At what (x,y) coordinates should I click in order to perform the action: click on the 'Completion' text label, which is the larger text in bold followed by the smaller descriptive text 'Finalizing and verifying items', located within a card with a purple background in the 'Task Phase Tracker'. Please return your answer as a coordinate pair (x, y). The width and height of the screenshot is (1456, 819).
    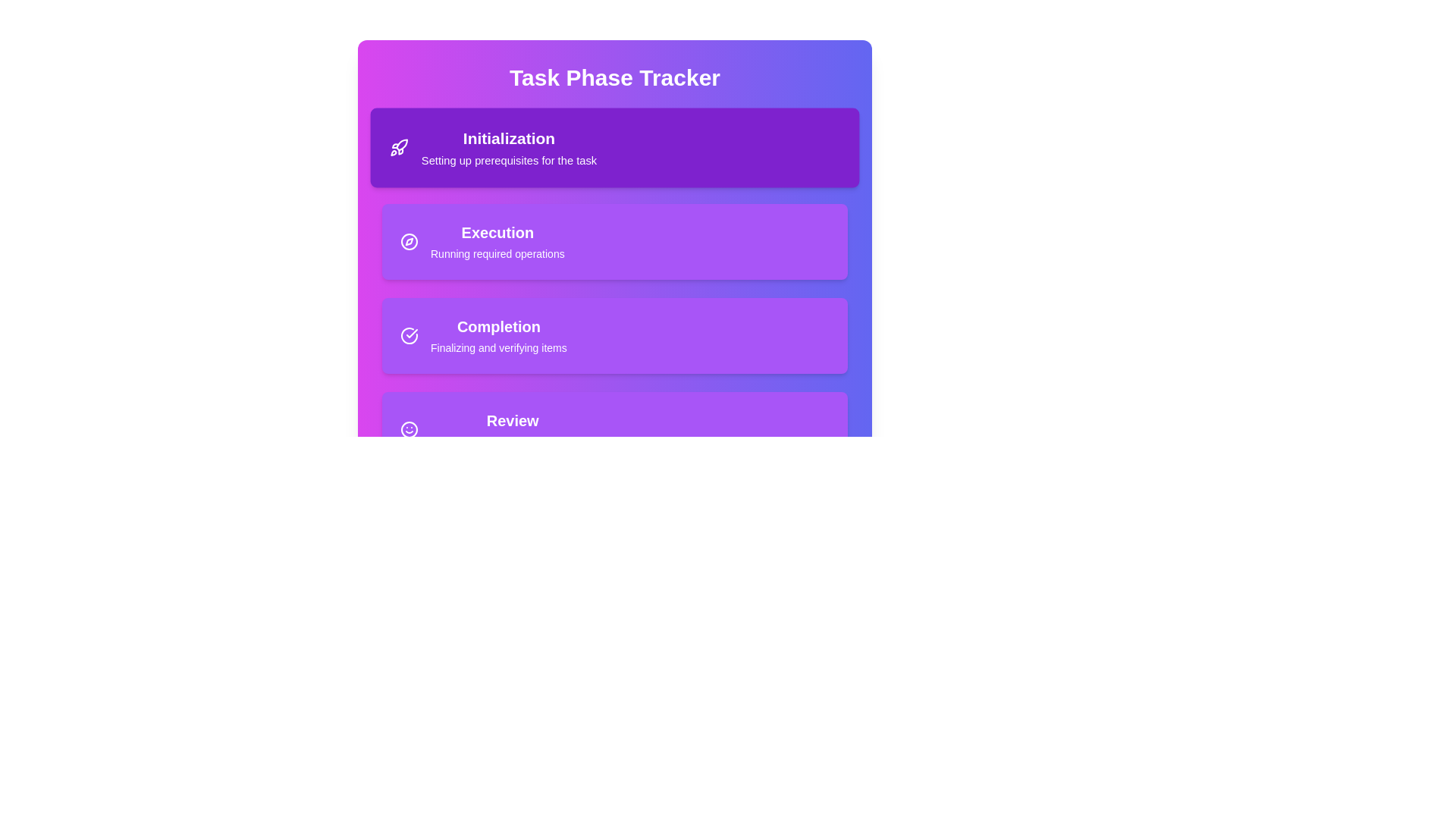
    Looking at the image, I should click on (498, 335).